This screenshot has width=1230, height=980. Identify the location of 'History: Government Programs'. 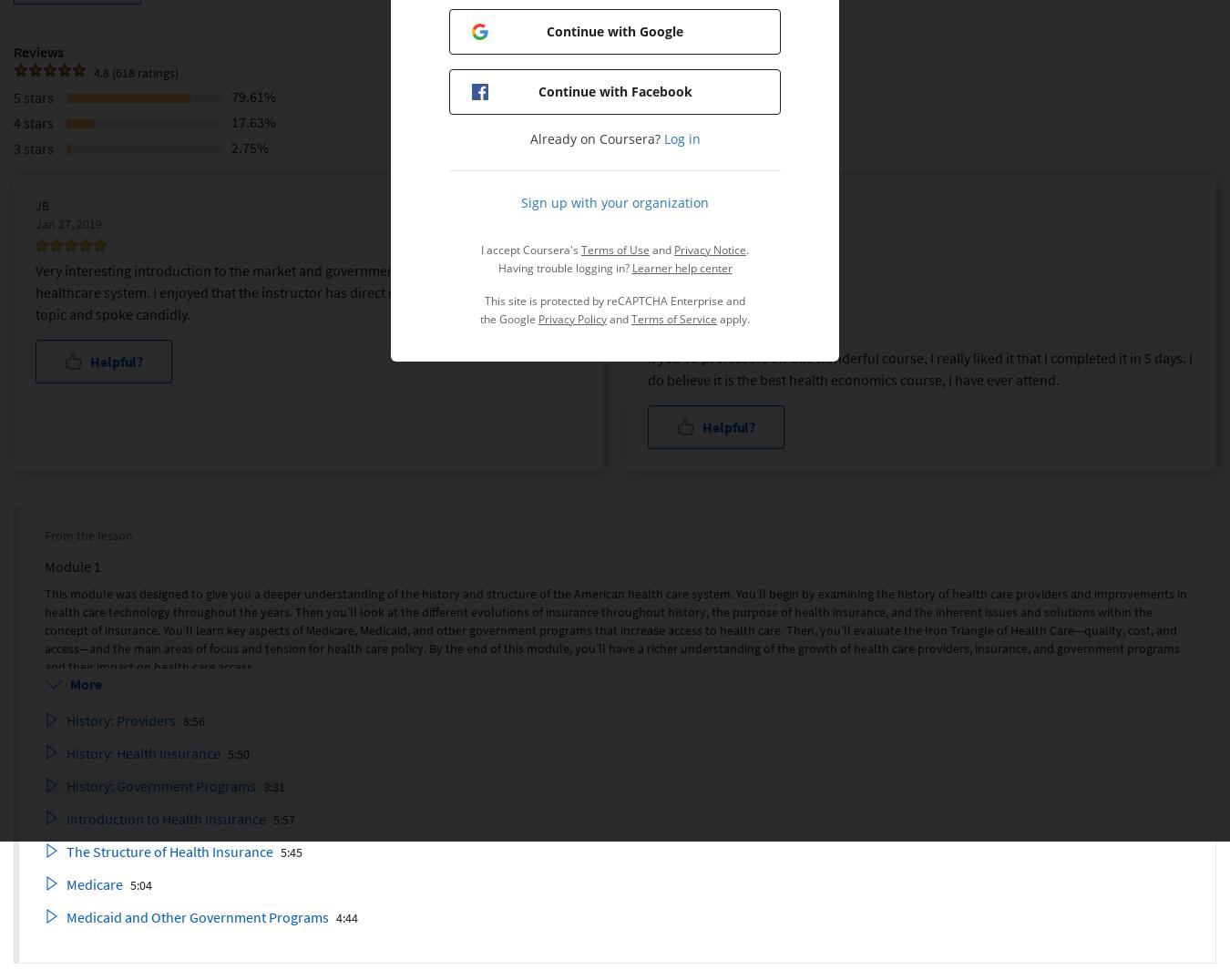
(66, 785).